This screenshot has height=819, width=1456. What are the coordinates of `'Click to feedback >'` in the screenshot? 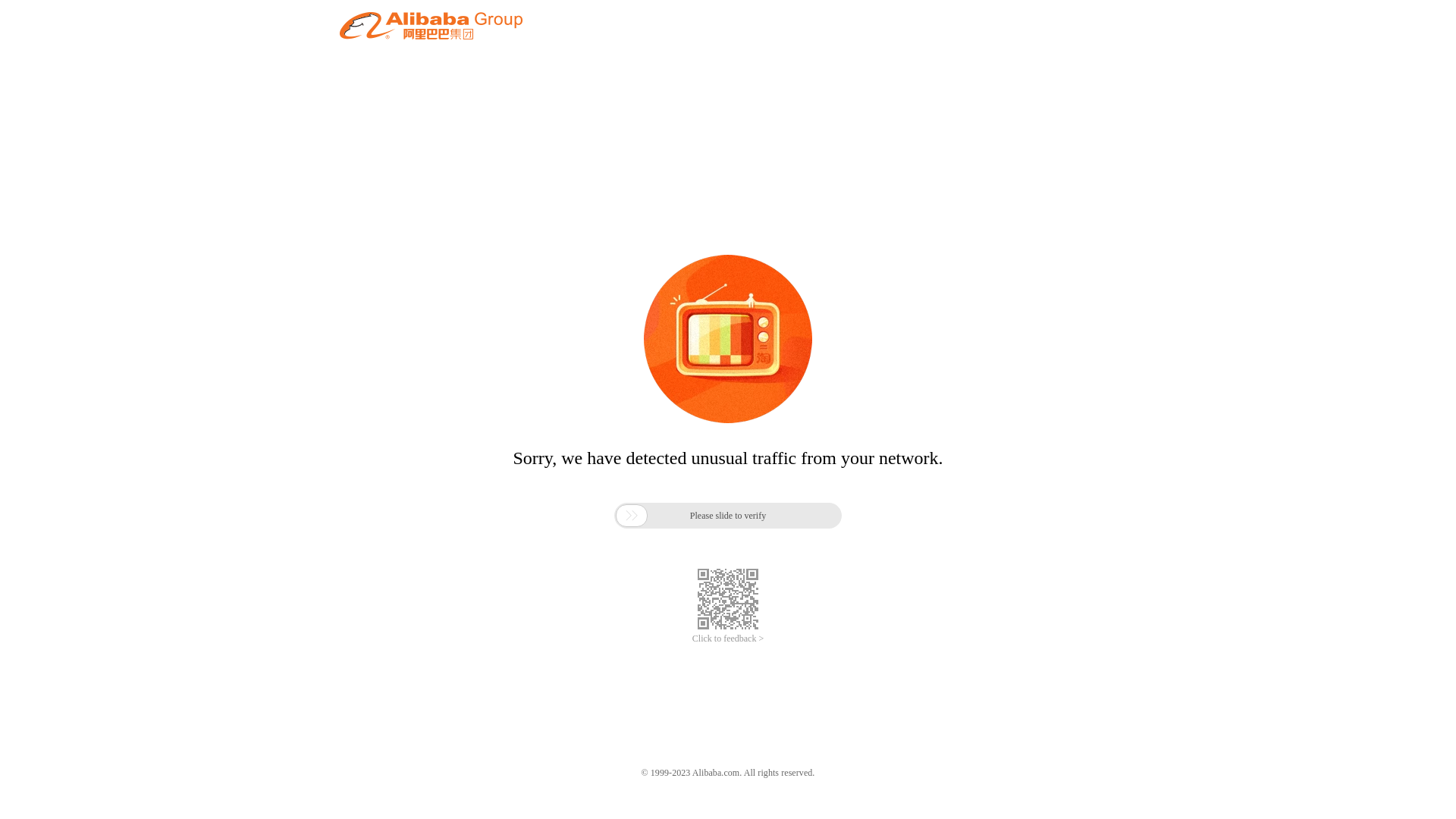 It's located at (728, 639).